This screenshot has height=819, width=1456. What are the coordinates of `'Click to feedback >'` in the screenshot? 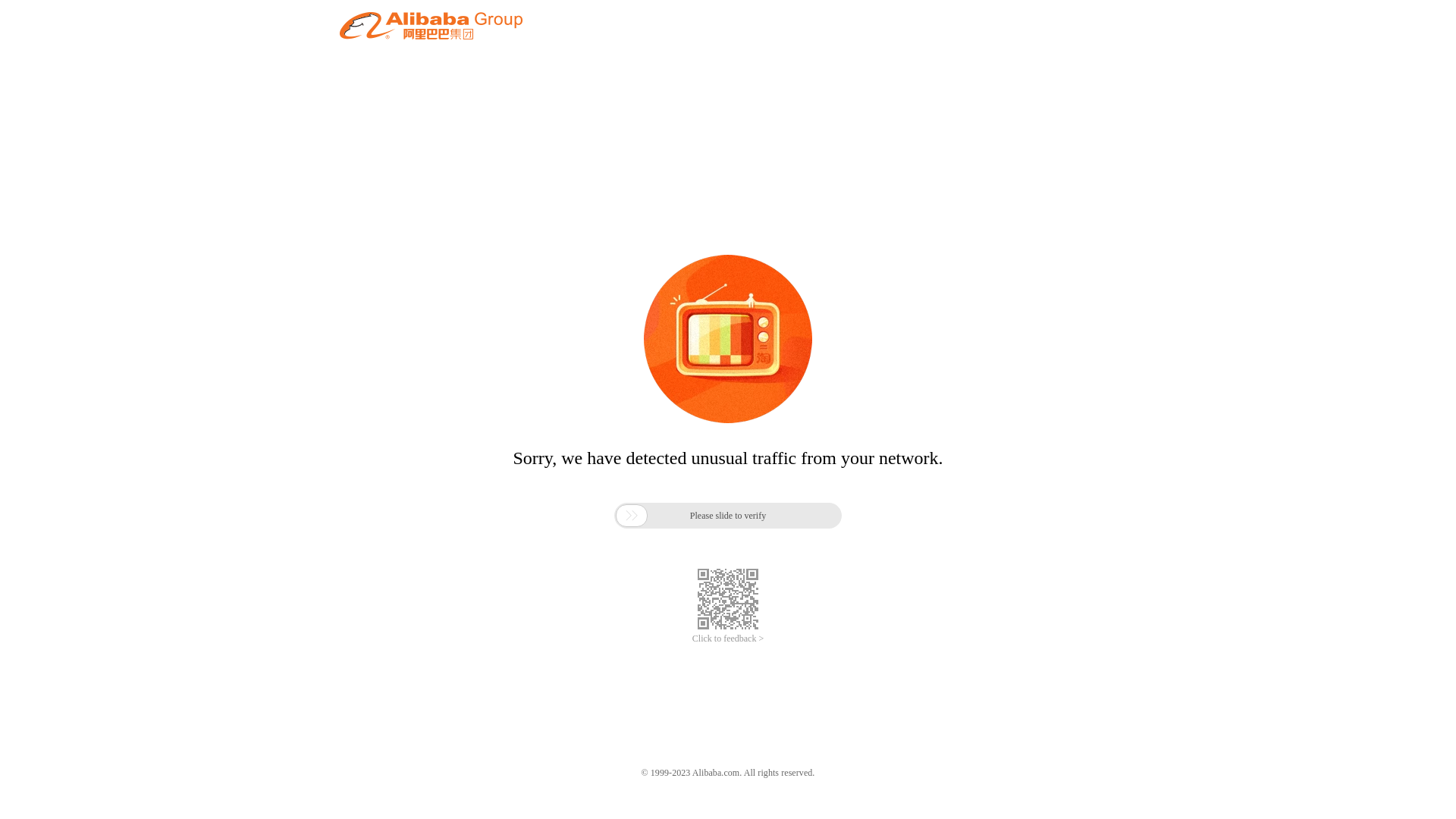 It's located at (728, 639).